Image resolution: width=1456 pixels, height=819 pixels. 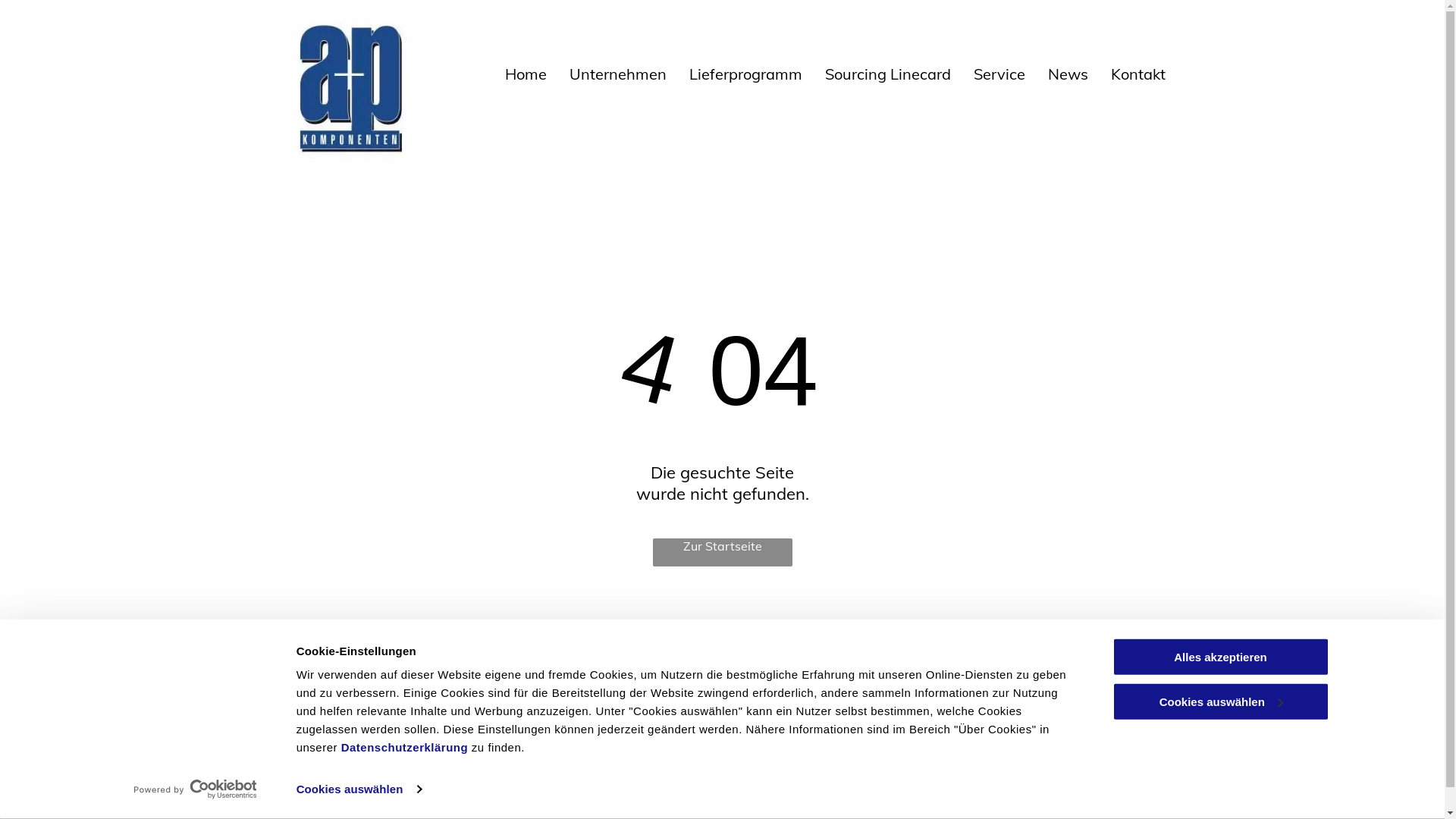 I want to click on 'Service', so click(x=987, y=74).